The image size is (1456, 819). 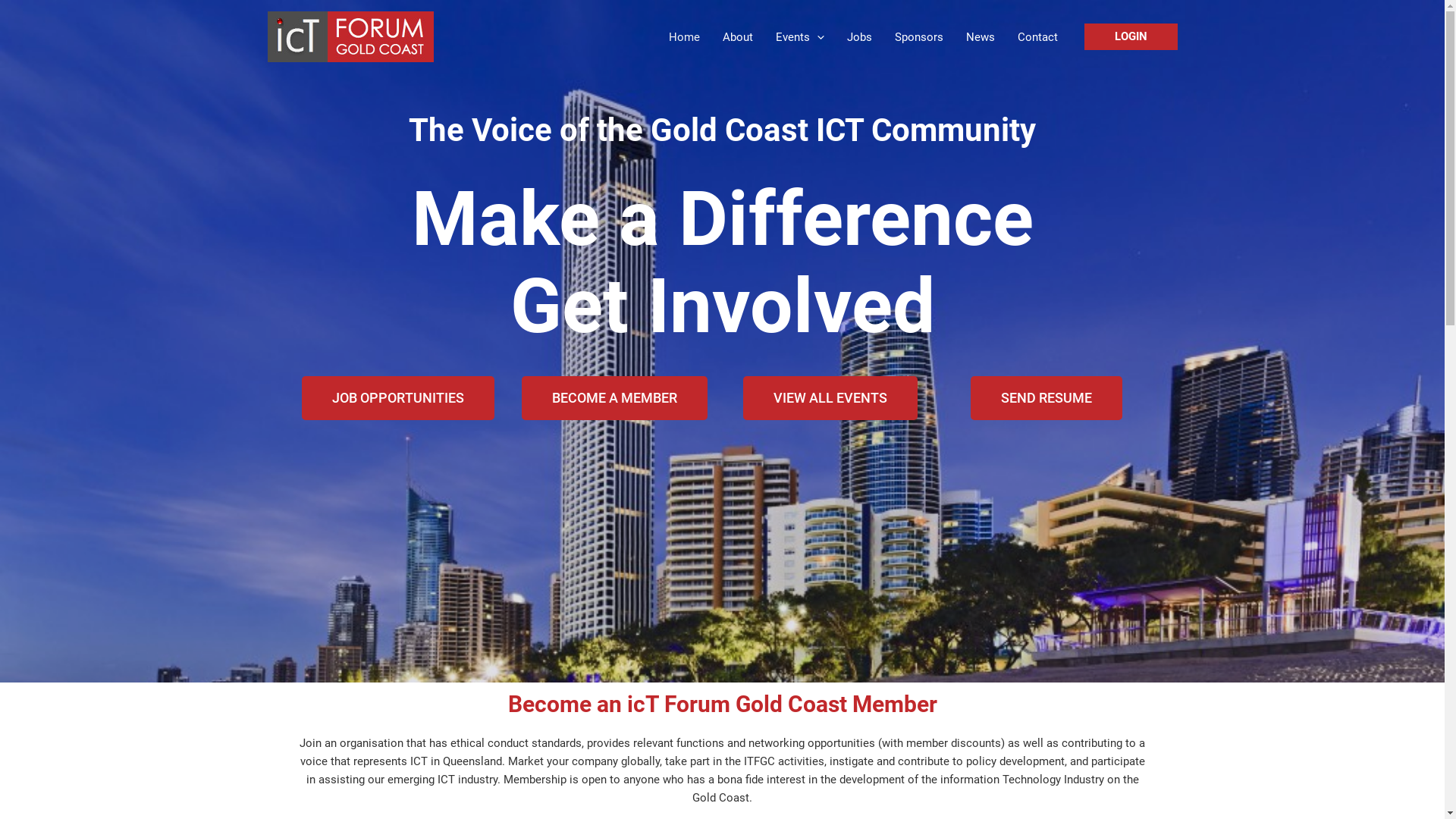 What do you see at coordinates (1046, 397) in the screenshot?
I see `'SEND RESUME'` at bounding box center [1046, 397].